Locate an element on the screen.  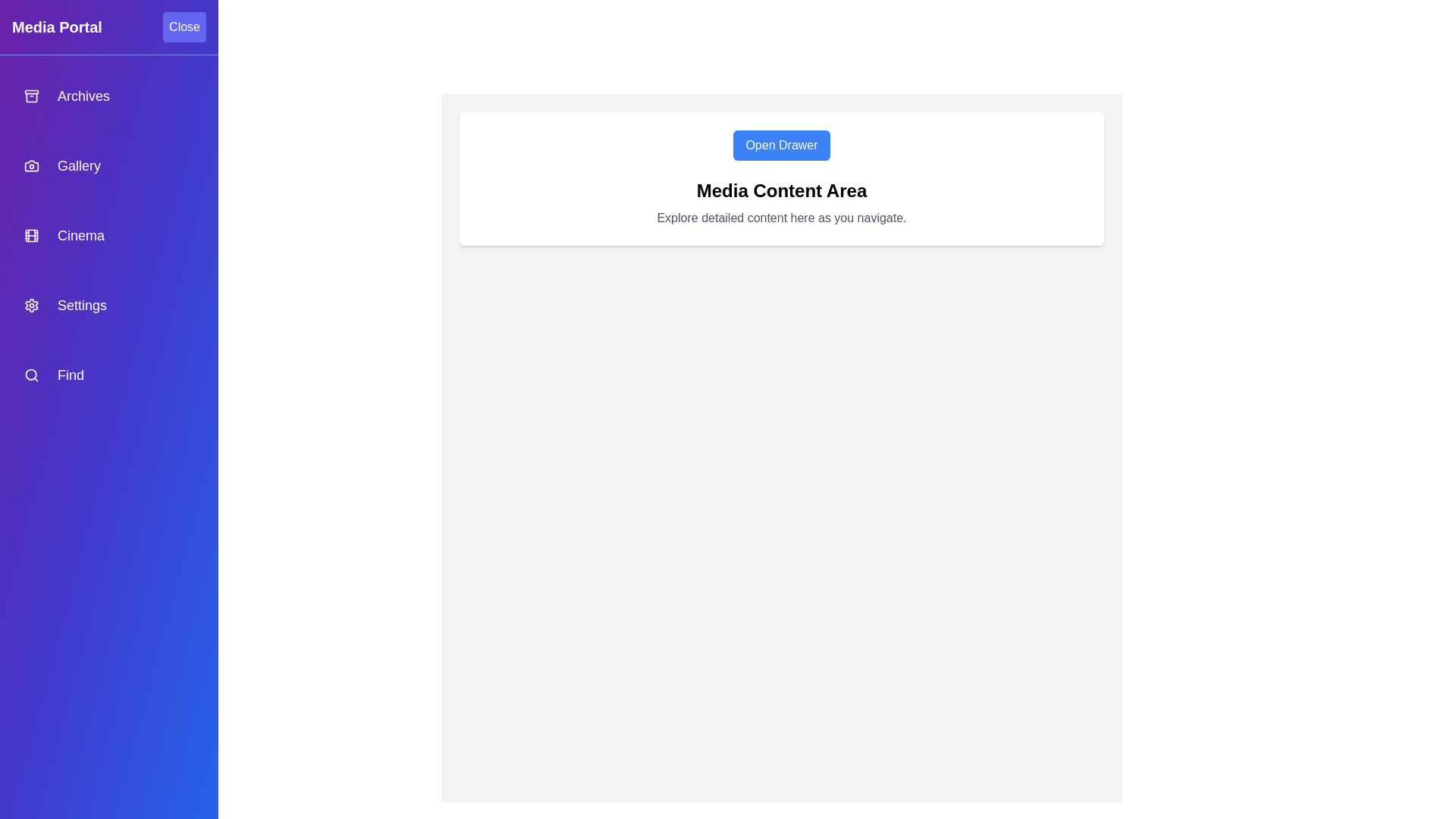
the navigation item labeled Gallery is located at coordinates (108, 166).